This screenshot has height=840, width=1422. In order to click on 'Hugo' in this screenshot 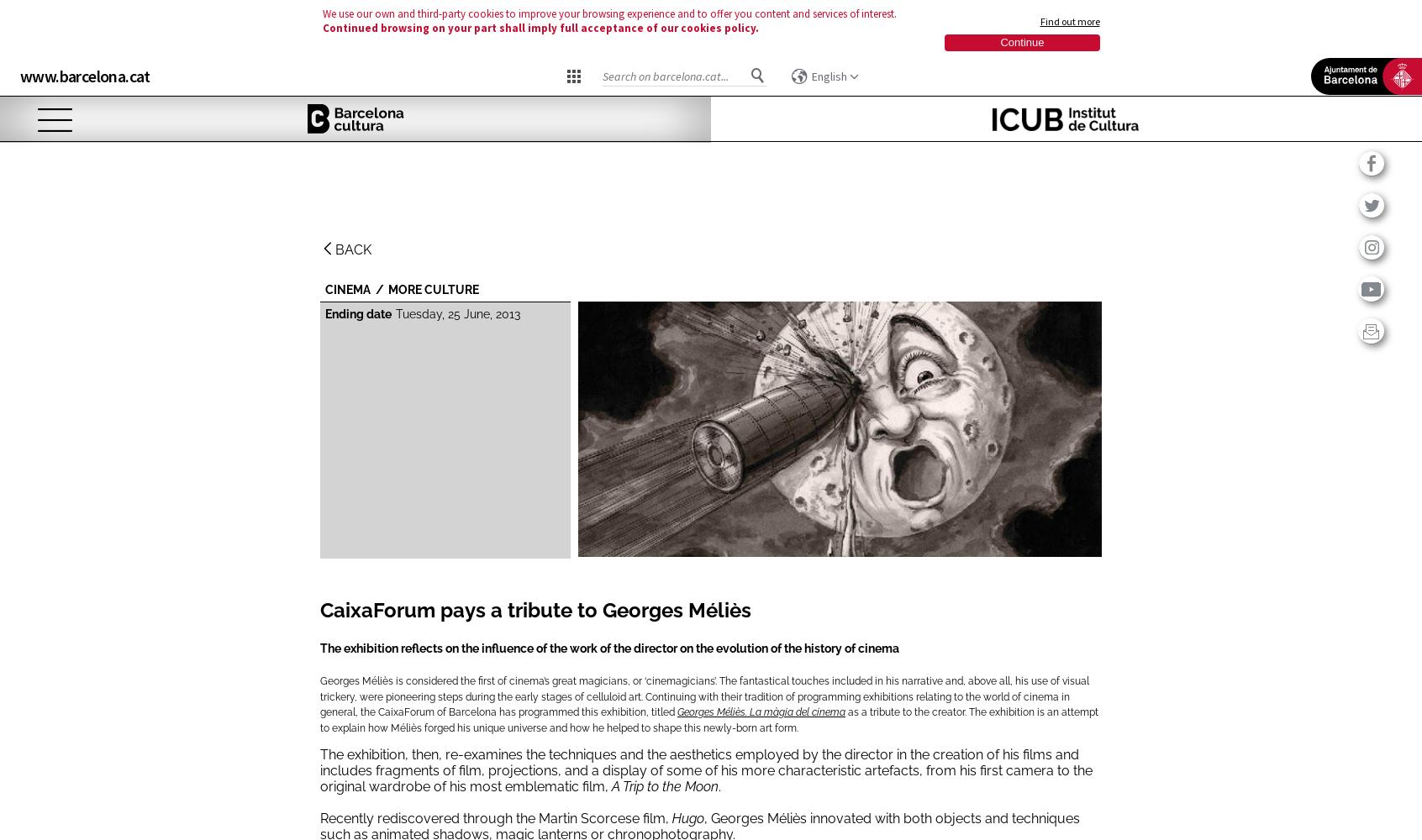, I will do `click(687, 817)`.